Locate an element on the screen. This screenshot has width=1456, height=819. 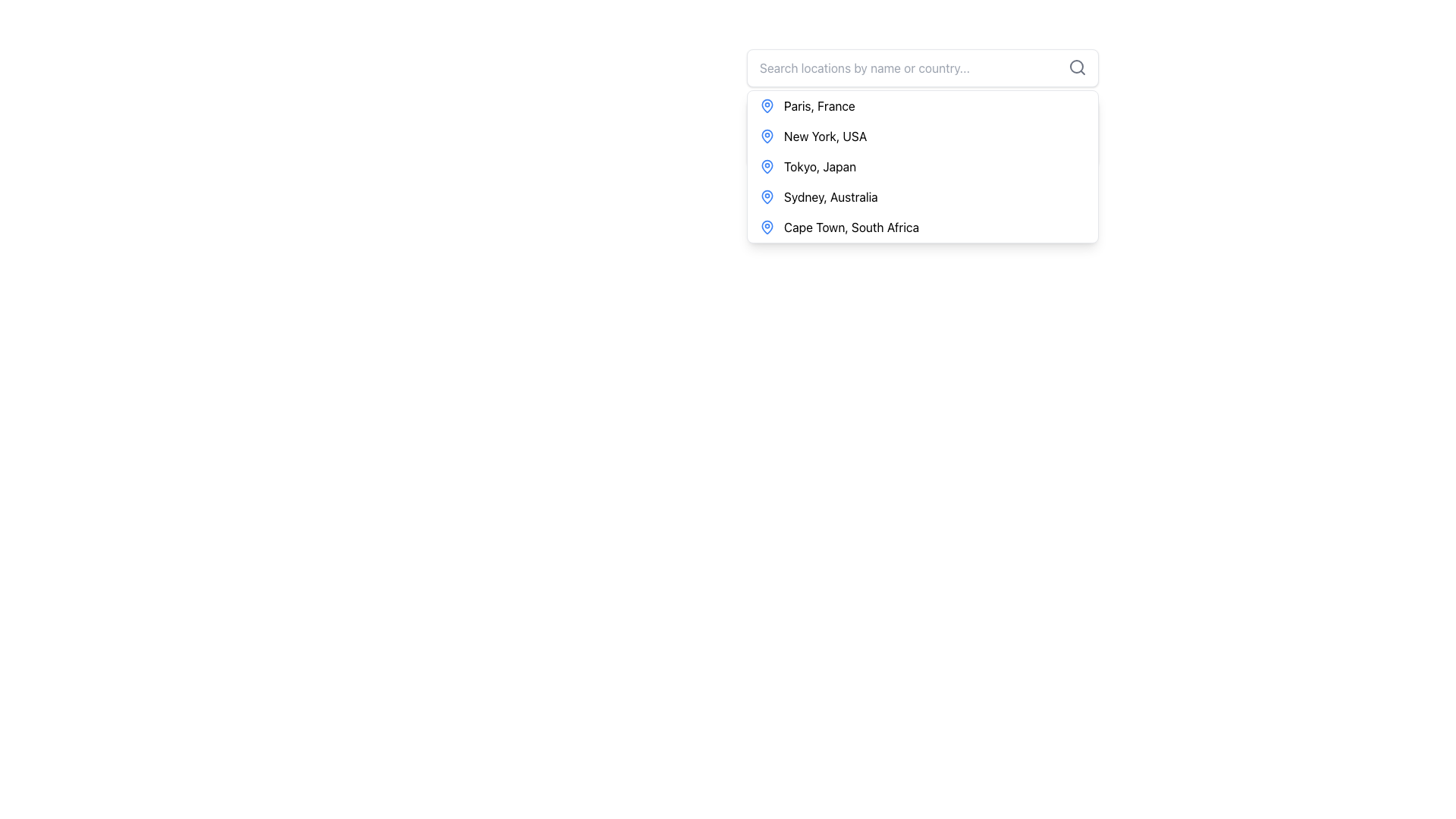
the search SVG icon located at the right end of the search box is located at coordinates (1076, 66).